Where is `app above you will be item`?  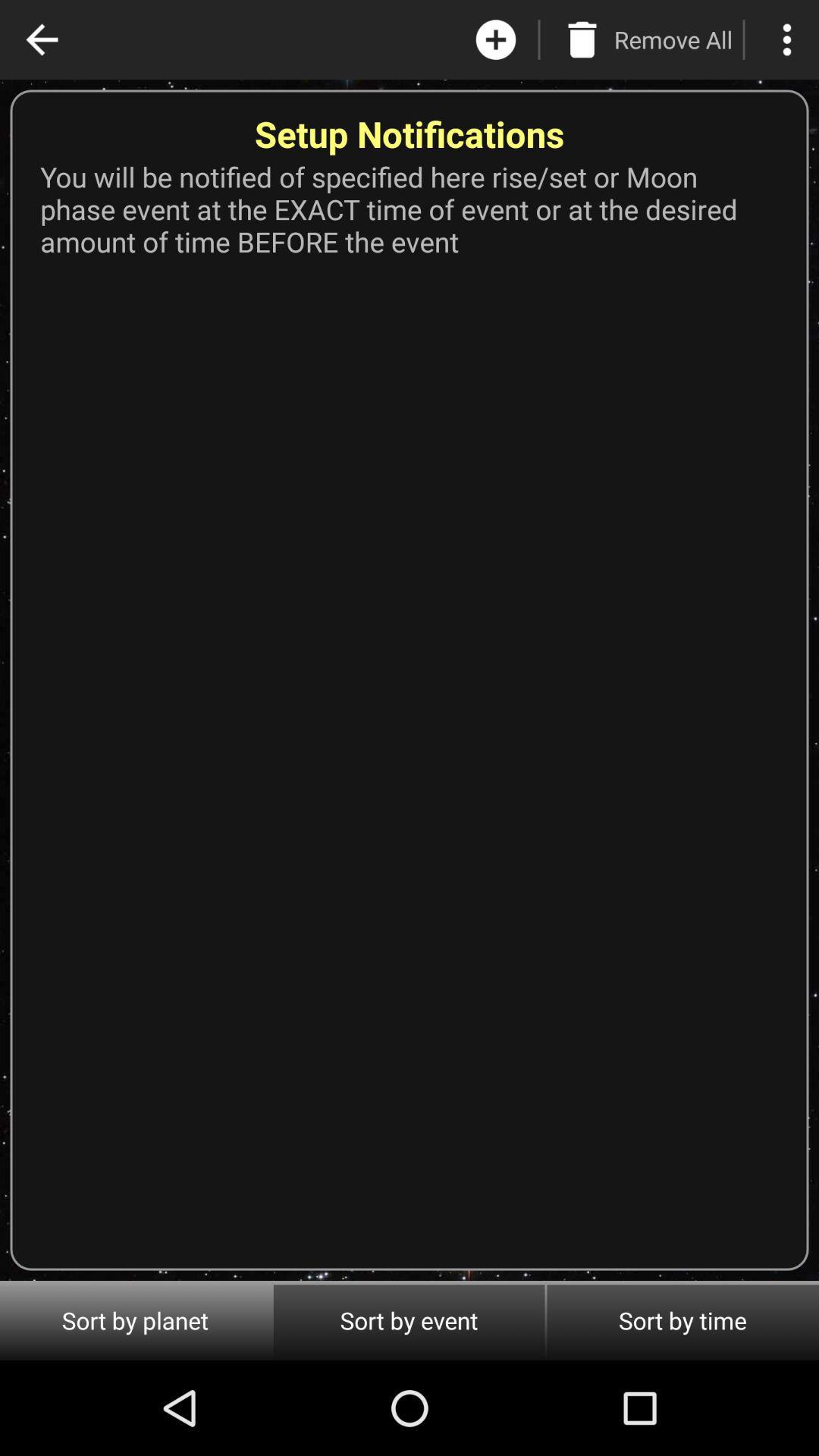
app above you will be item is located at coordinates (672, 39).